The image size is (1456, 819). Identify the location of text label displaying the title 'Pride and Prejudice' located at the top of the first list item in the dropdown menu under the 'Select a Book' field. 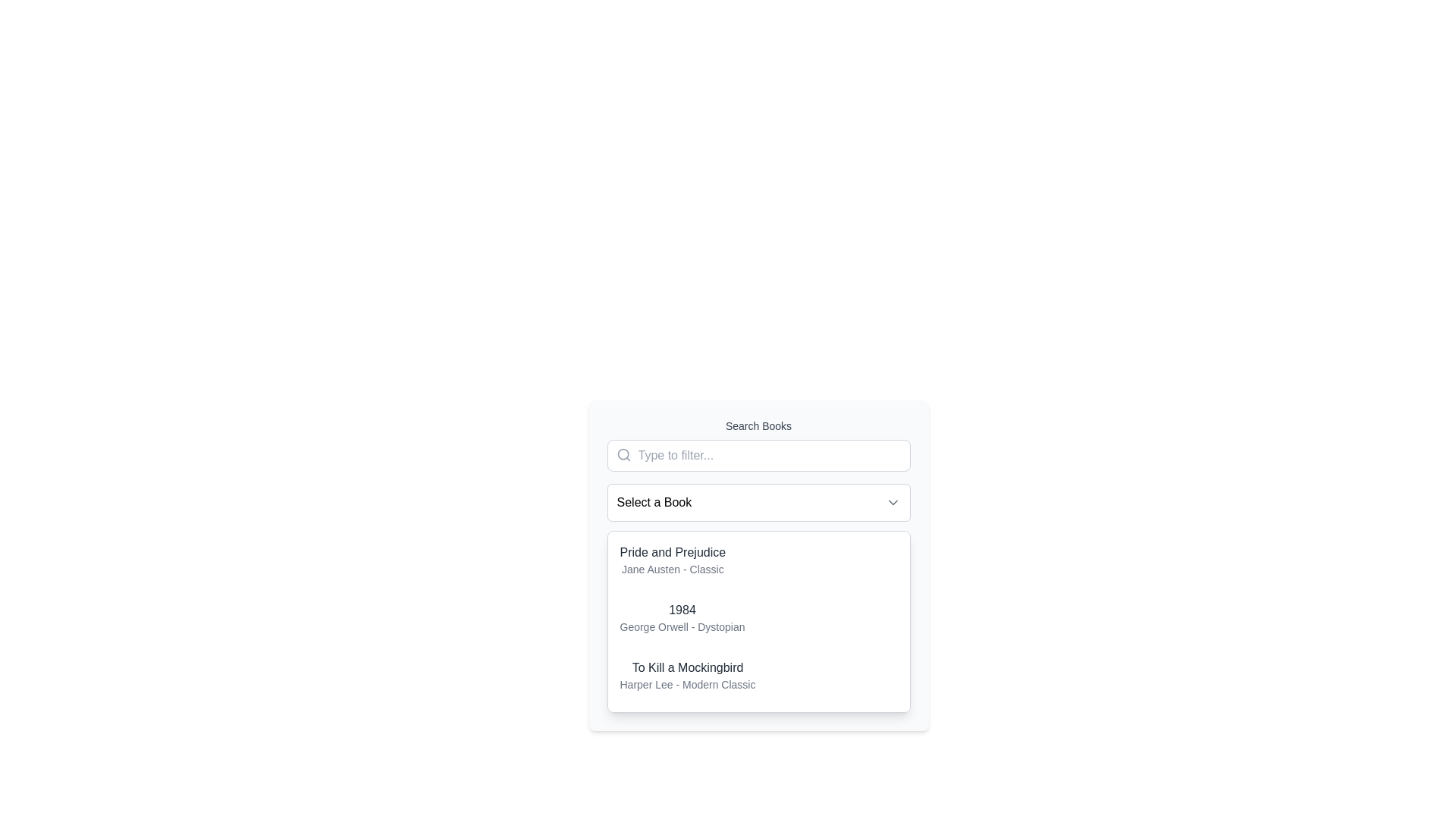
(672, 553).